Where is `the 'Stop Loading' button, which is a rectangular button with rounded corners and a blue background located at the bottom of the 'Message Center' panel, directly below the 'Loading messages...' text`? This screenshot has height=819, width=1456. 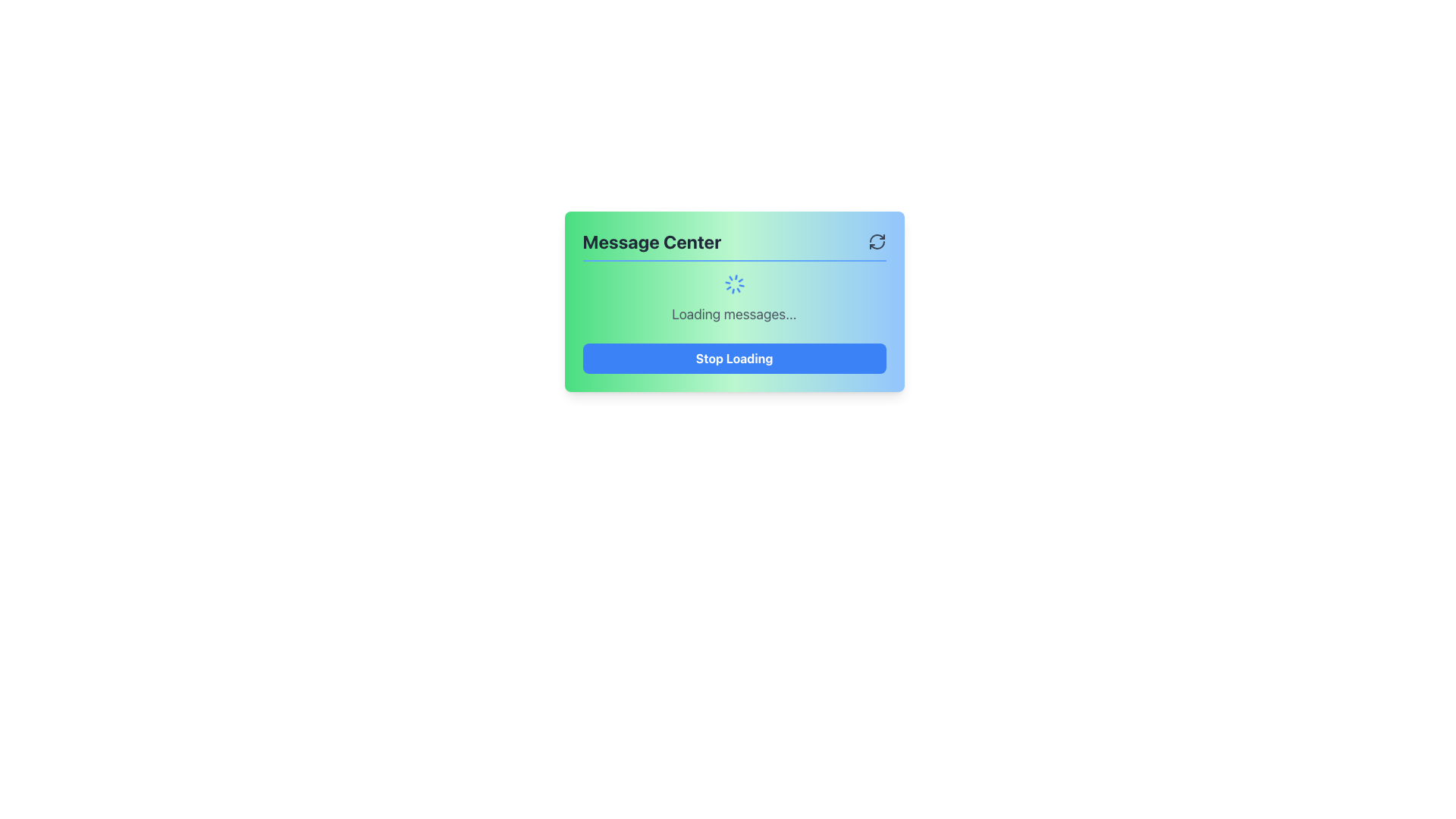 the 'Stop Loading' button, which is a rectangular button with rounded corners and a blue background located at the bottom of the 'Message Center' panel, directly below the 'Loading messages...' text is located at coordinates (734, 359).